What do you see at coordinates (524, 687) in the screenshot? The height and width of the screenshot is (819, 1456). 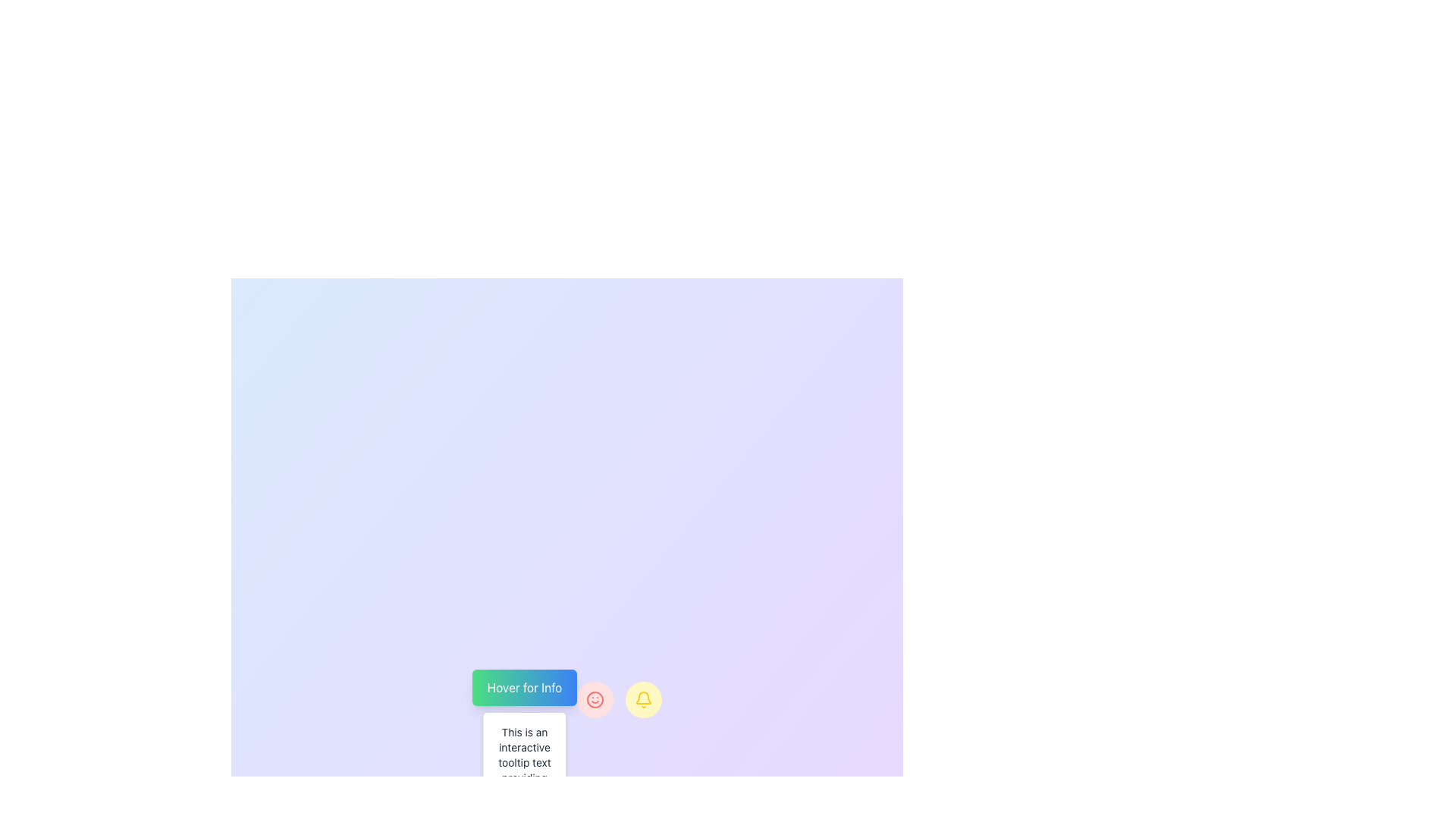 I see `the interactive button that displays additional information in a tooltip when hovered, positioned slightly to the left of two circular buttons and directly above a tooltip box` at bounding box center [524, 687].